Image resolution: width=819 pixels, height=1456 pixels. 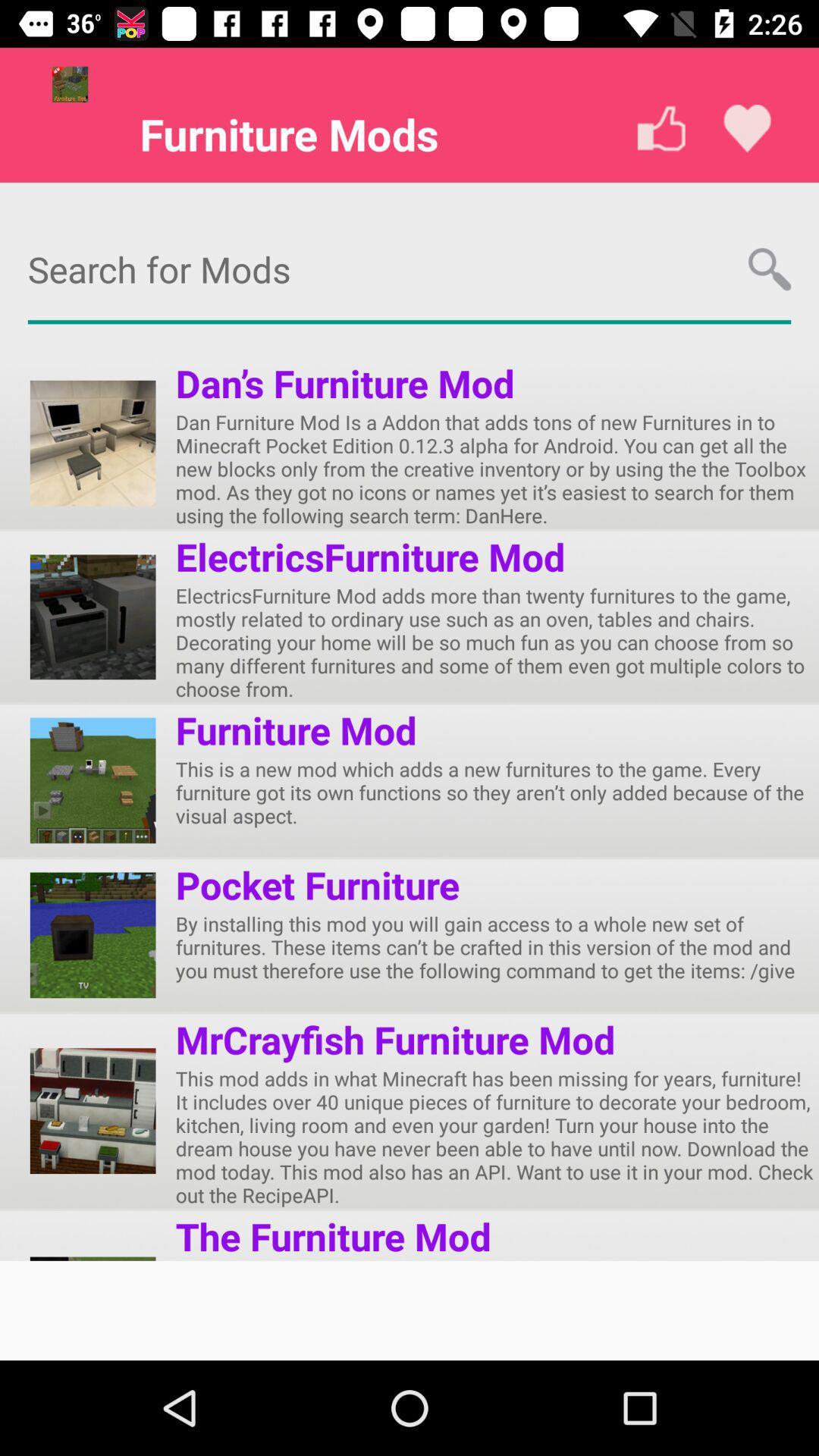 I want to click on the item below pocket furniture app, so click(x=497, y=946).